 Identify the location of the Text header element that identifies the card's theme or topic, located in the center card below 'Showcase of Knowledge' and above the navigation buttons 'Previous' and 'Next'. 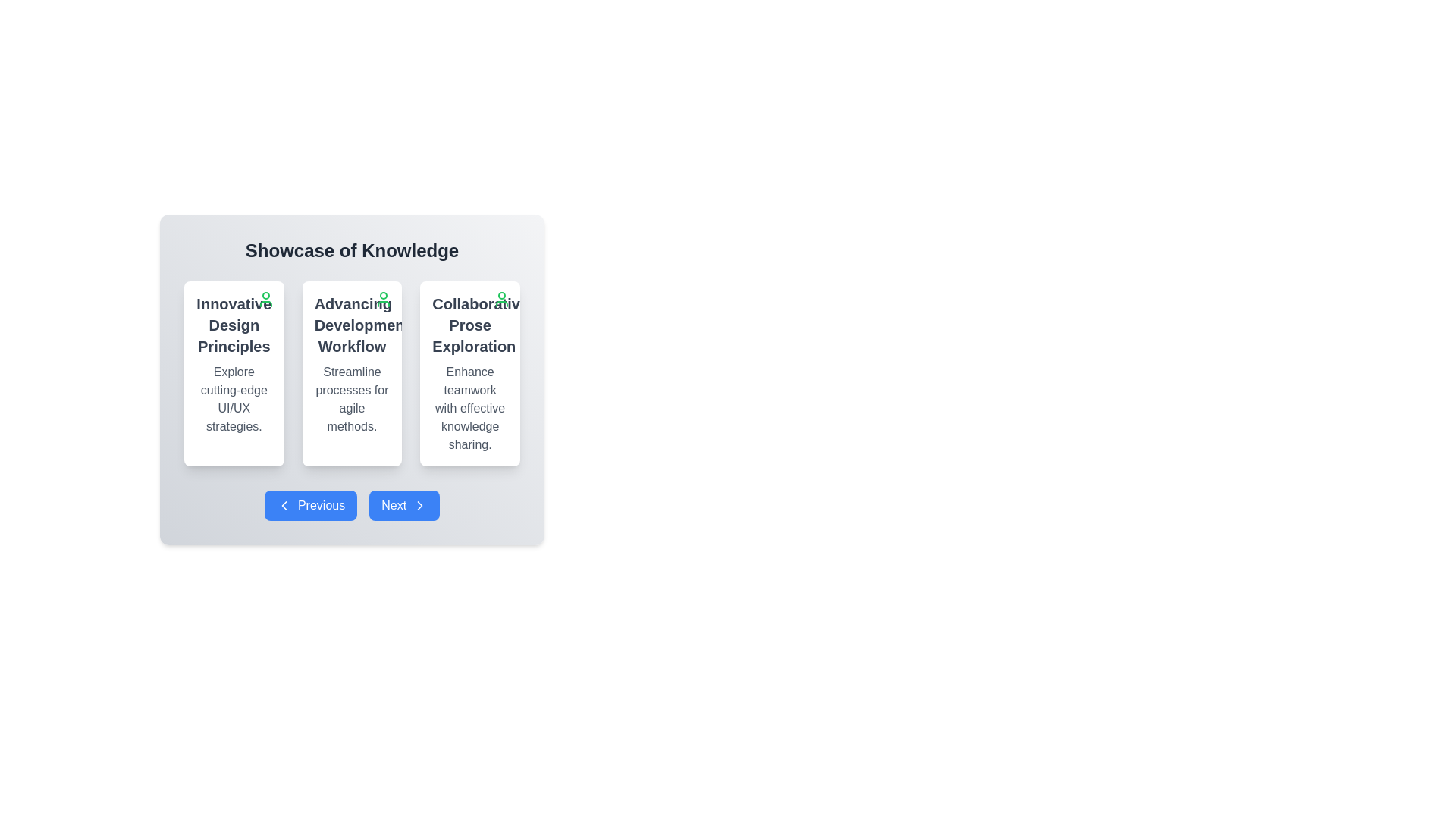
(351, 324).